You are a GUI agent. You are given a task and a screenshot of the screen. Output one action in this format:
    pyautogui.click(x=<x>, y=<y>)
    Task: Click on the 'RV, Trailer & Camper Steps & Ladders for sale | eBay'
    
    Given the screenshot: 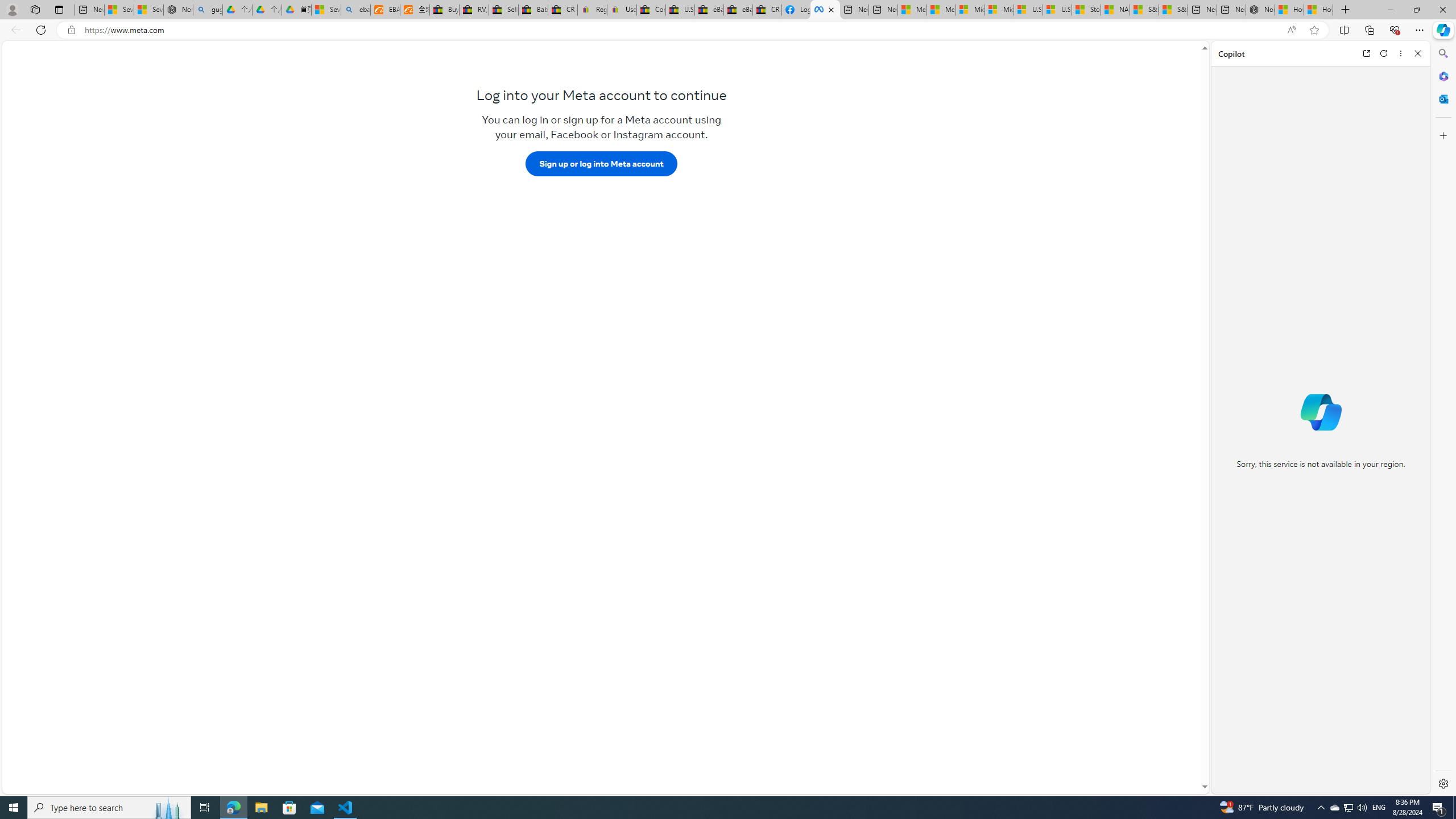 What is the action you would take?
    pyautogui.click(x=473, y=9)
    